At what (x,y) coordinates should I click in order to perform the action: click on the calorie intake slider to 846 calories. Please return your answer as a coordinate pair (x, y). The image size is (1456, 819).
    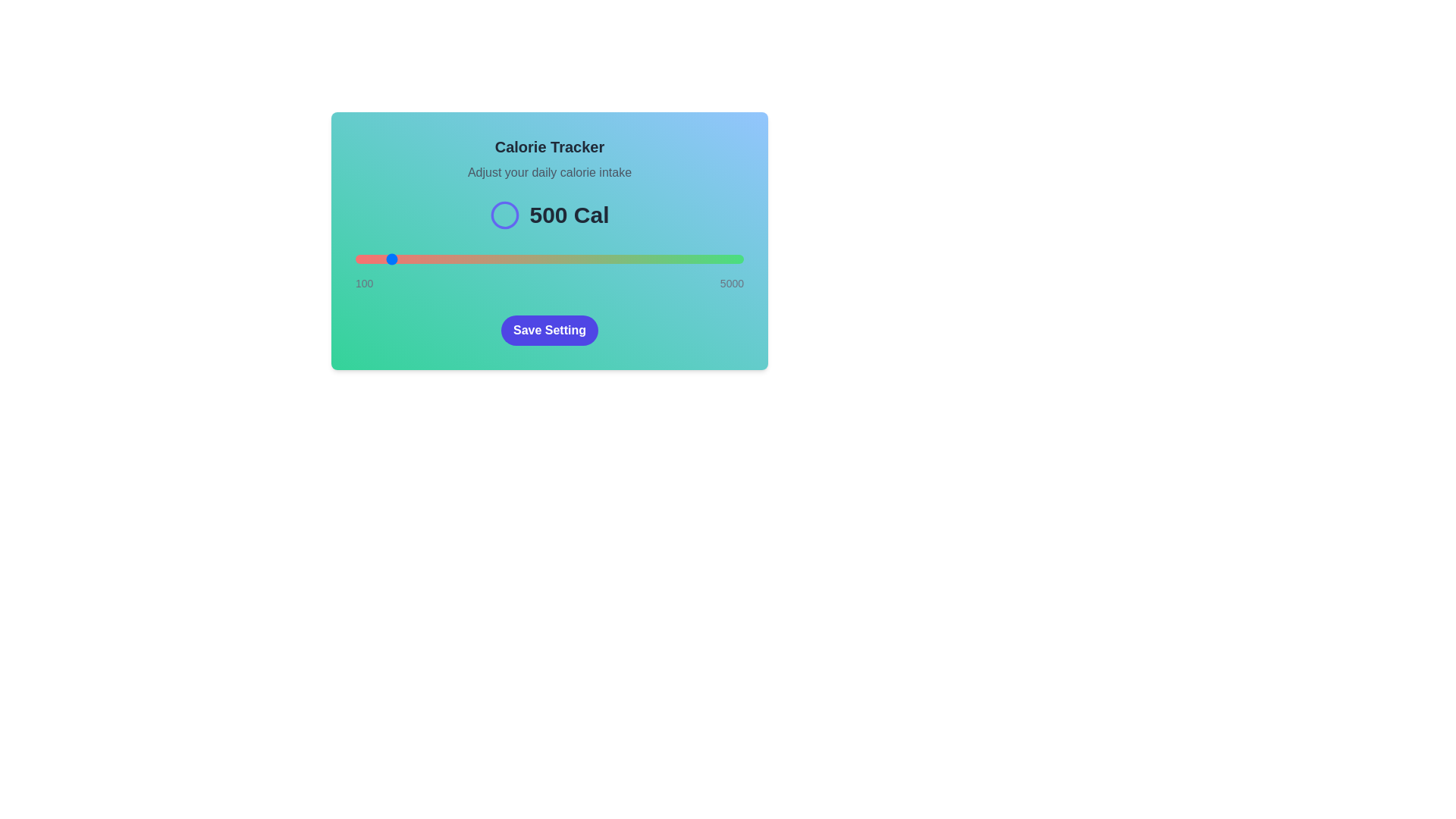
    Looking at the image, I should click on (415, 259).